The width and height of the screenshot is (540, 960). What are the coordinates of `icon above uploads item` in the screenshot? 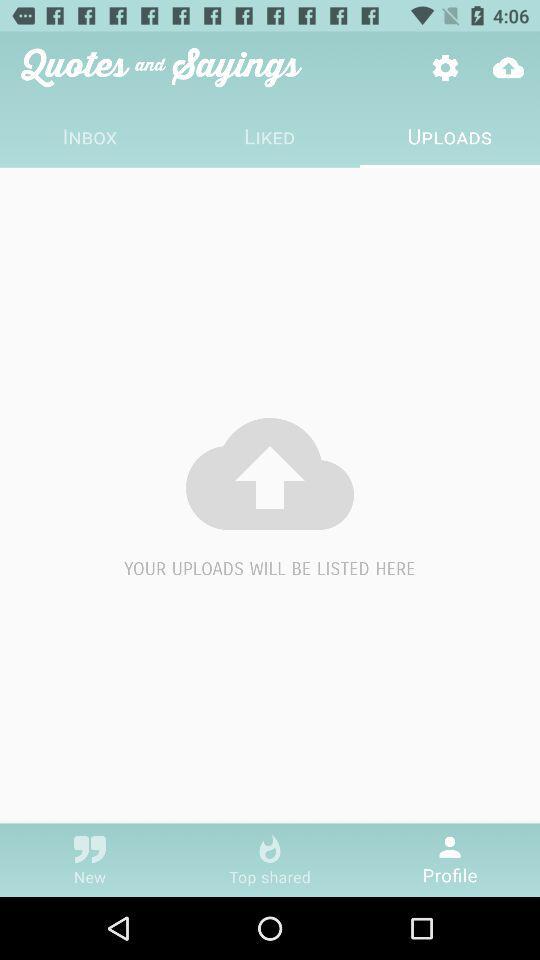 It's located at (508, 67).